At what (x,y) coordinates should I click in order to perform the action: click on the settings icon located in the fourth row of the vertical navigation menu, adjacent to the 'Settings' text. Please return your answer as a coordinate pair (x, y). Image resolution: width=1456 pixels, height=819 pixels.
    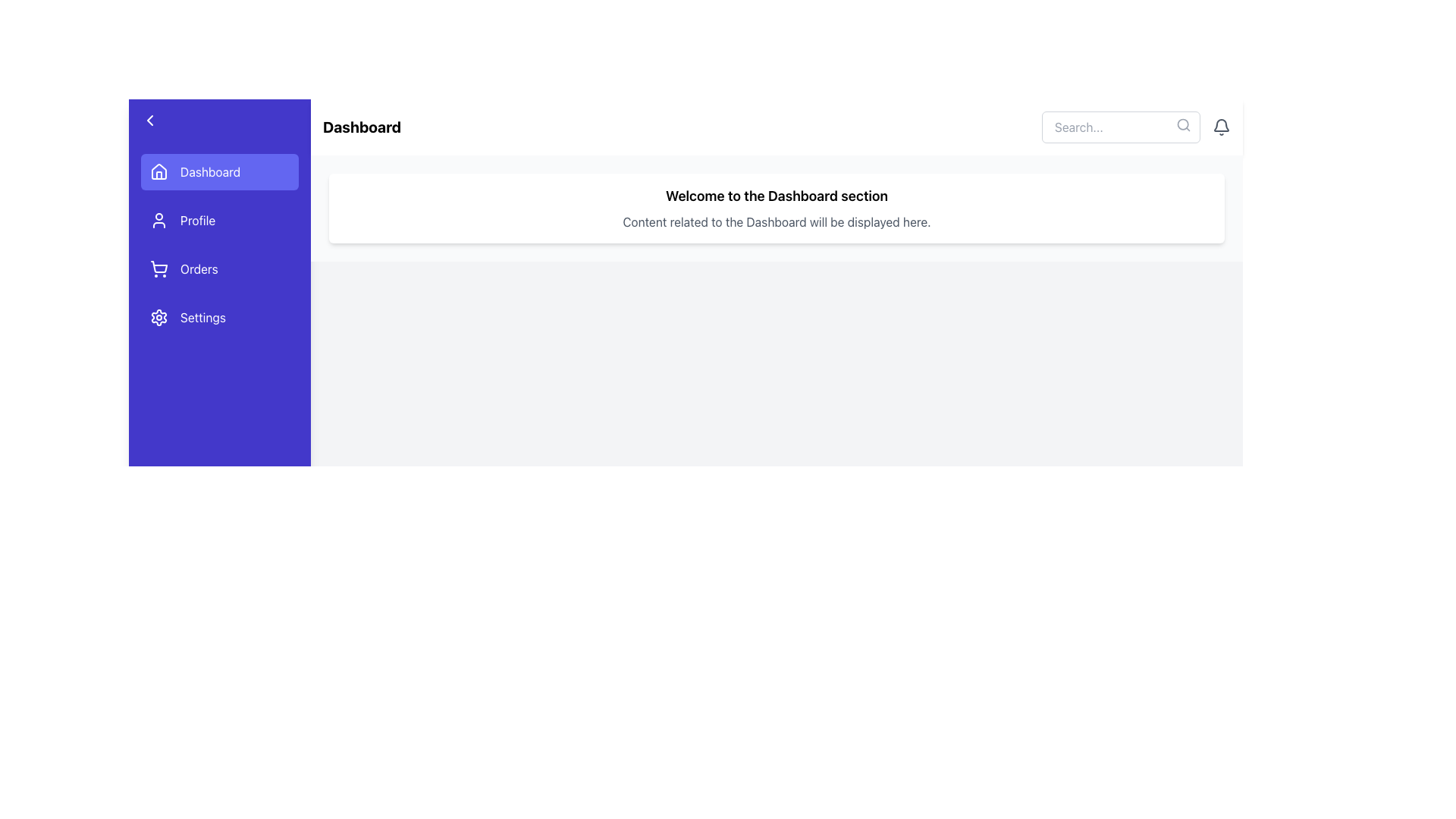
    Looking at the image, I should click on (159, 317).